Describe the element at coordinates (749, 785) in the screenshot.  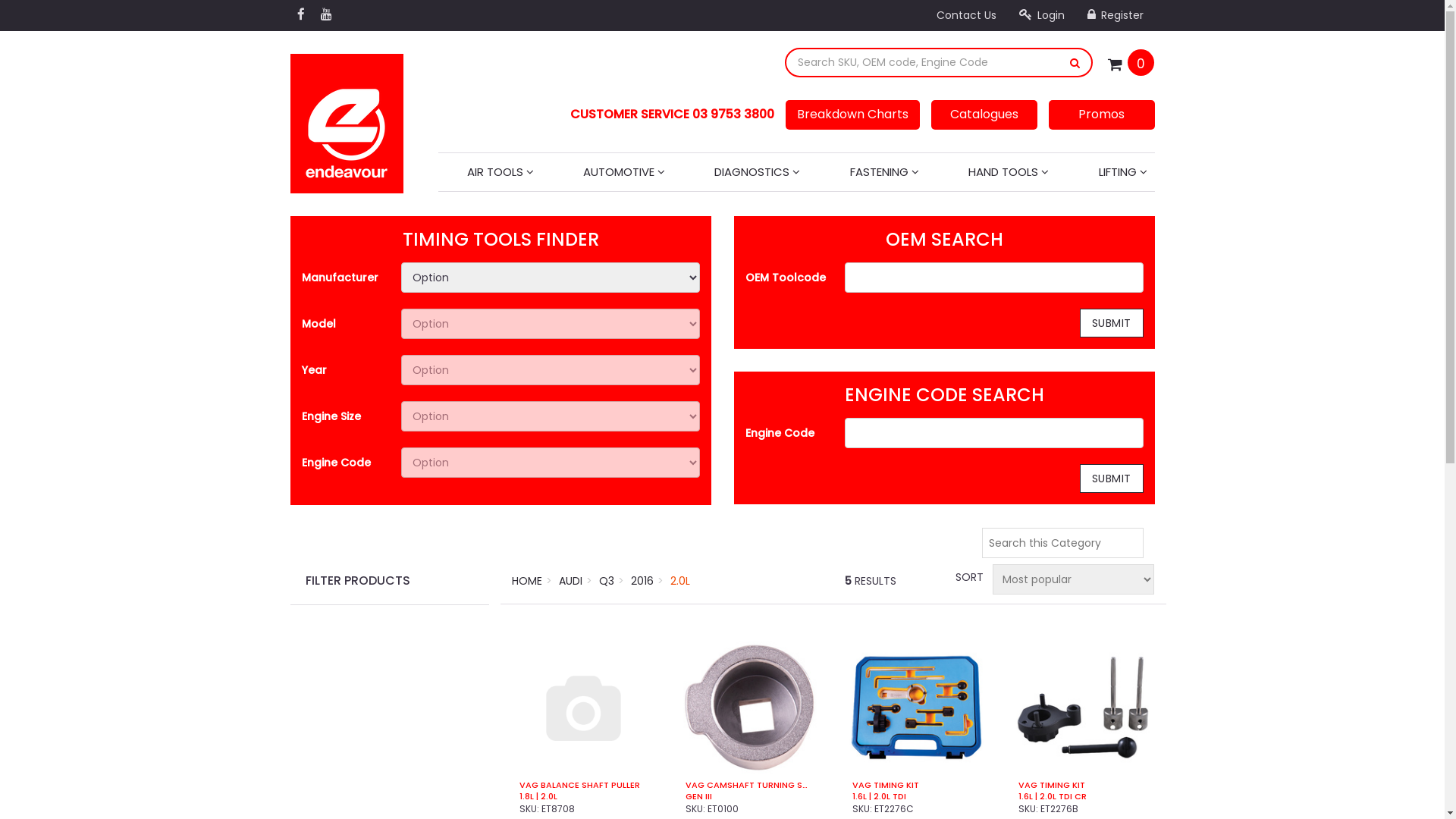
I see `'VAG CAMSHAFT TURNING SOCKET'` at that location.